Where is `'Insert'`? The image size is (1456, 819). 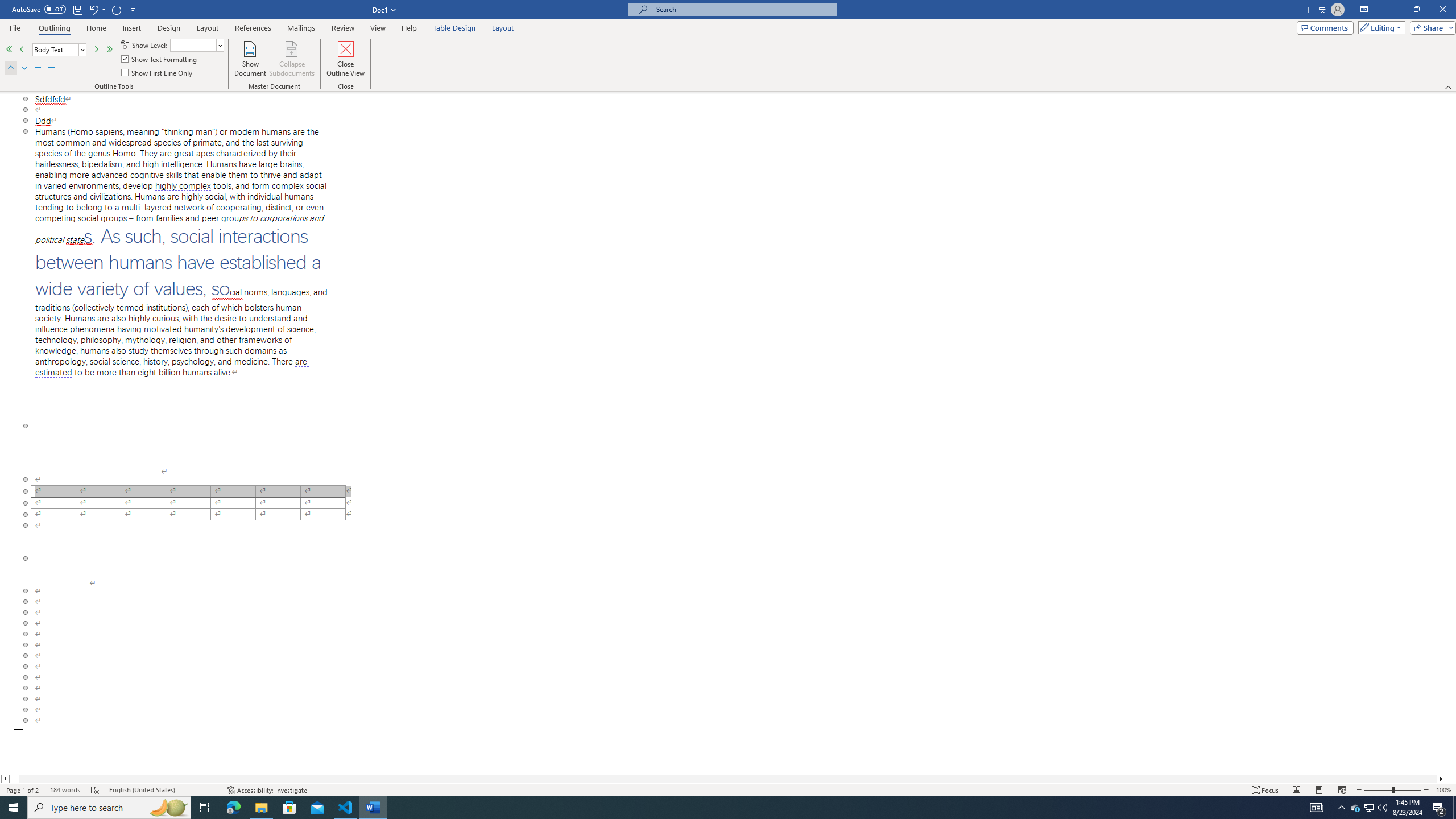
'Insert' is located at coordinates (132, 28).